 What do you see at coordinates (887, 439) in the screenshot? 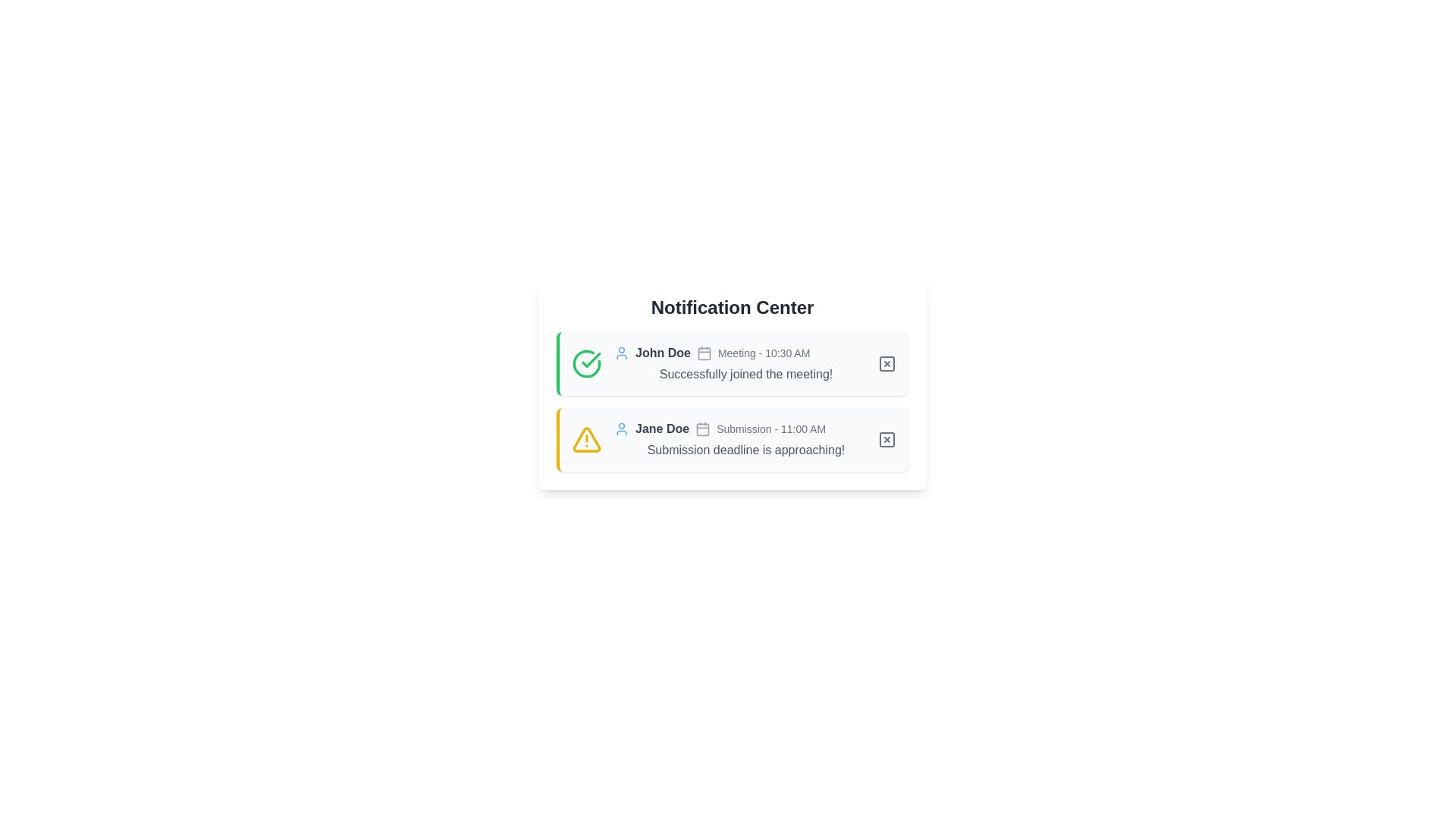
I see `the SVG Rectangle representing the closure or deletion action within the notification panel's icon, located at the far-right end of the second notification entry` at bounding box center [887, 439].